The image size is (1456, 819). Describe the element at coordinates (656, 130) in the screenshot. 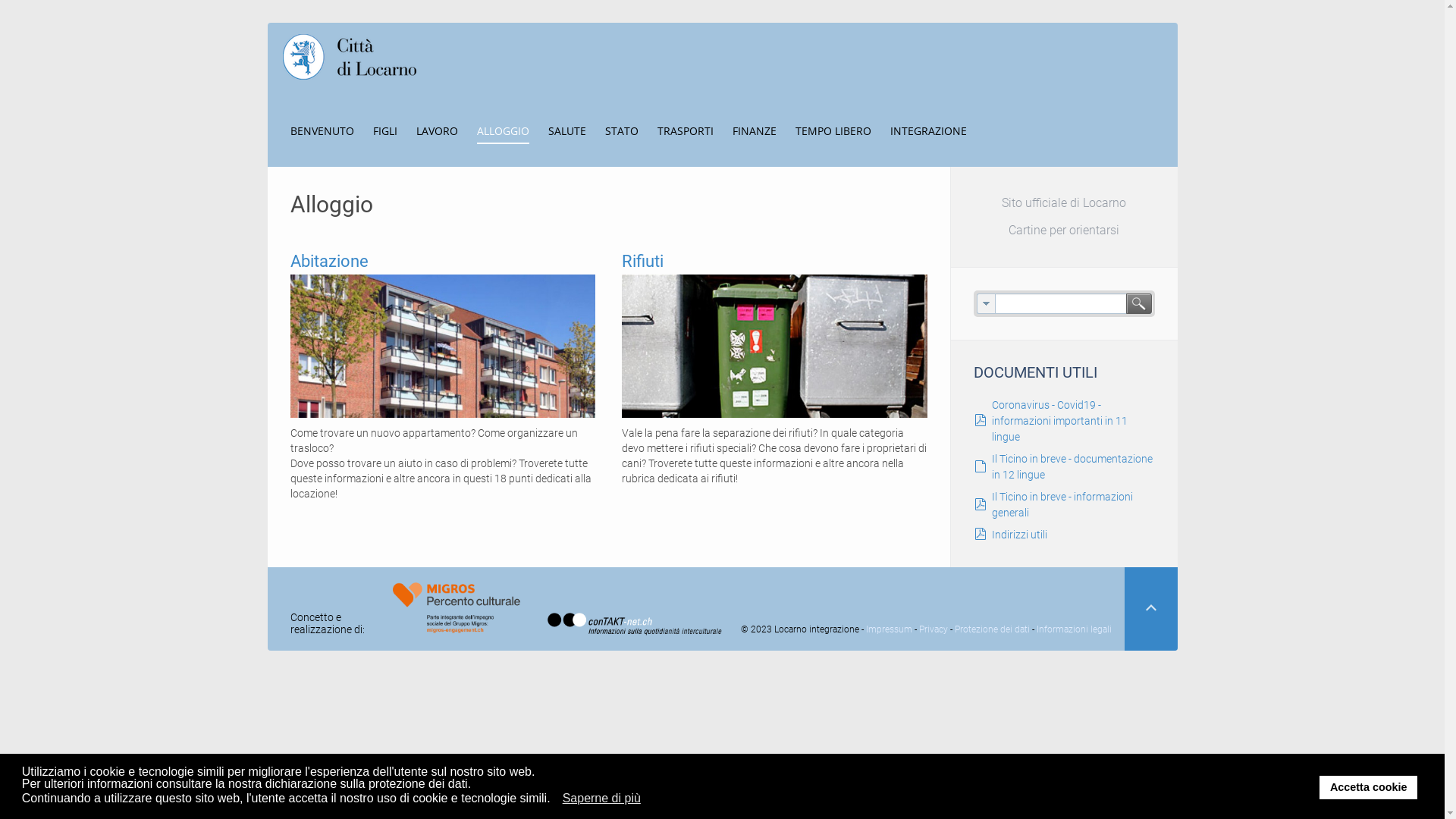

I see `'TRASPORTI'` at that location.